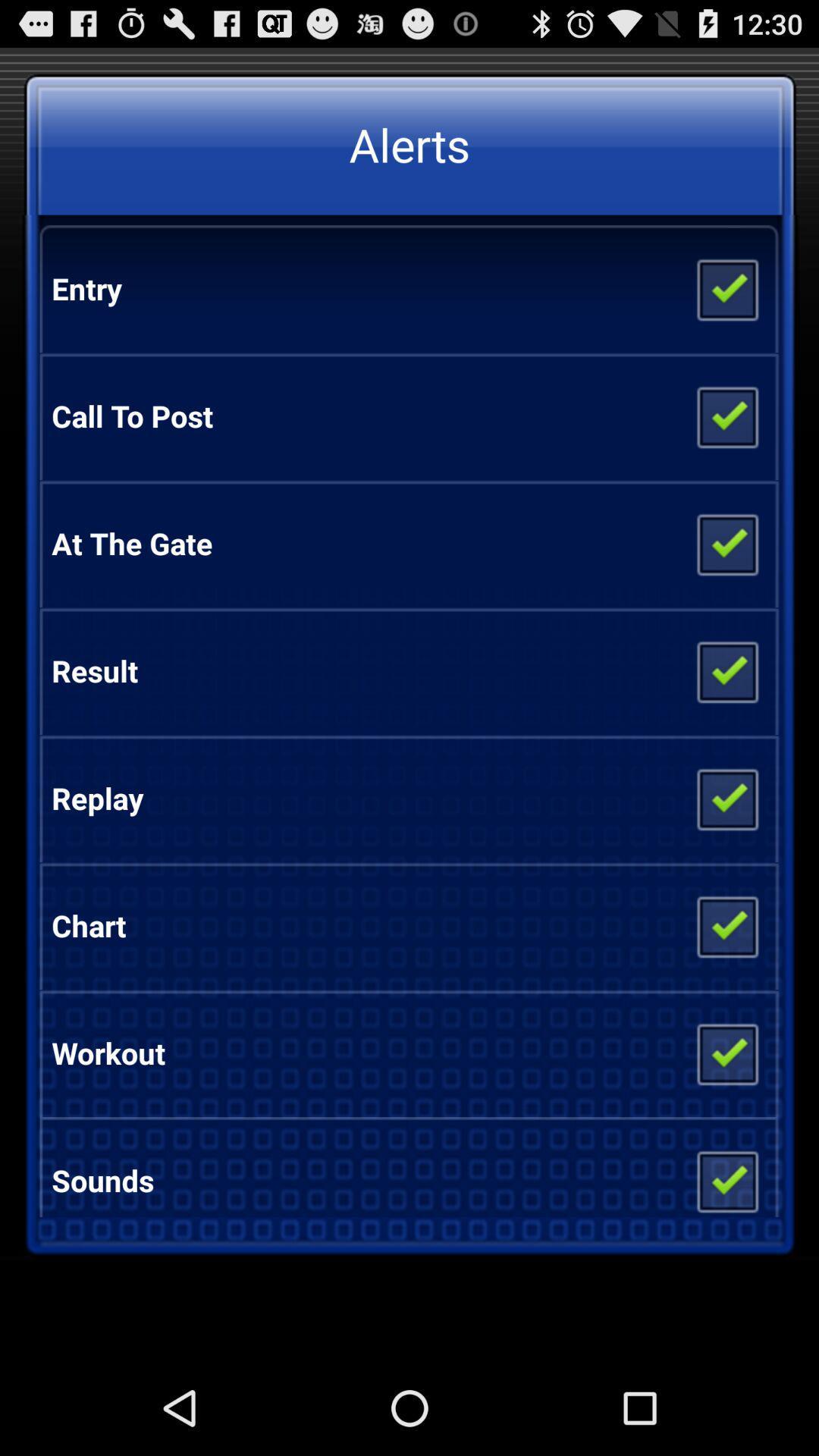 This screenshot has width=819, height=1456. I want to click on the icon to the right of the replay item, so click(726, 797).